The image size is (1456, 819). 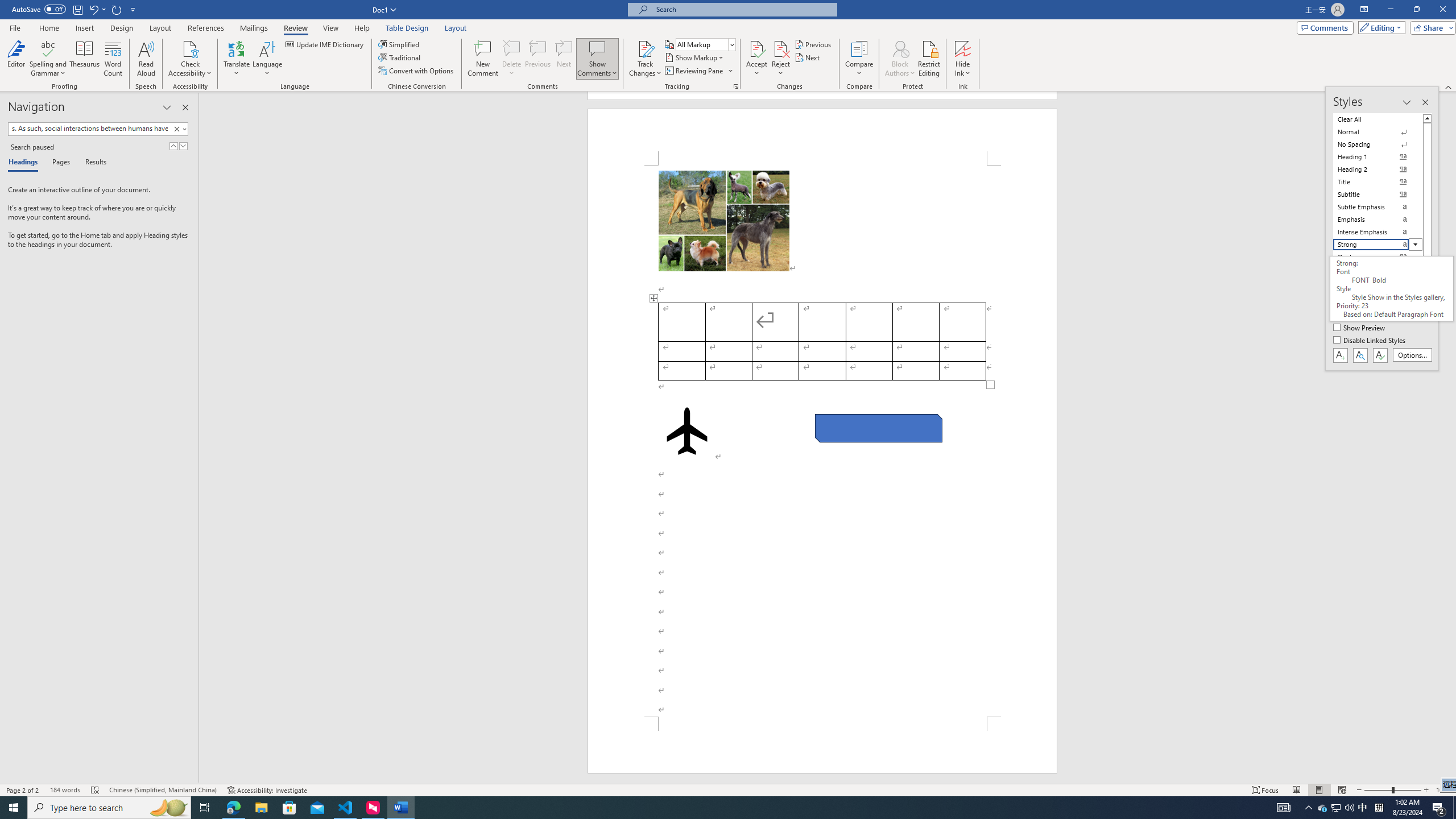 What do you see at coordinates (400, 56) in the screenshot?
I see `'Traditional'` at bounding box center [400, 56].